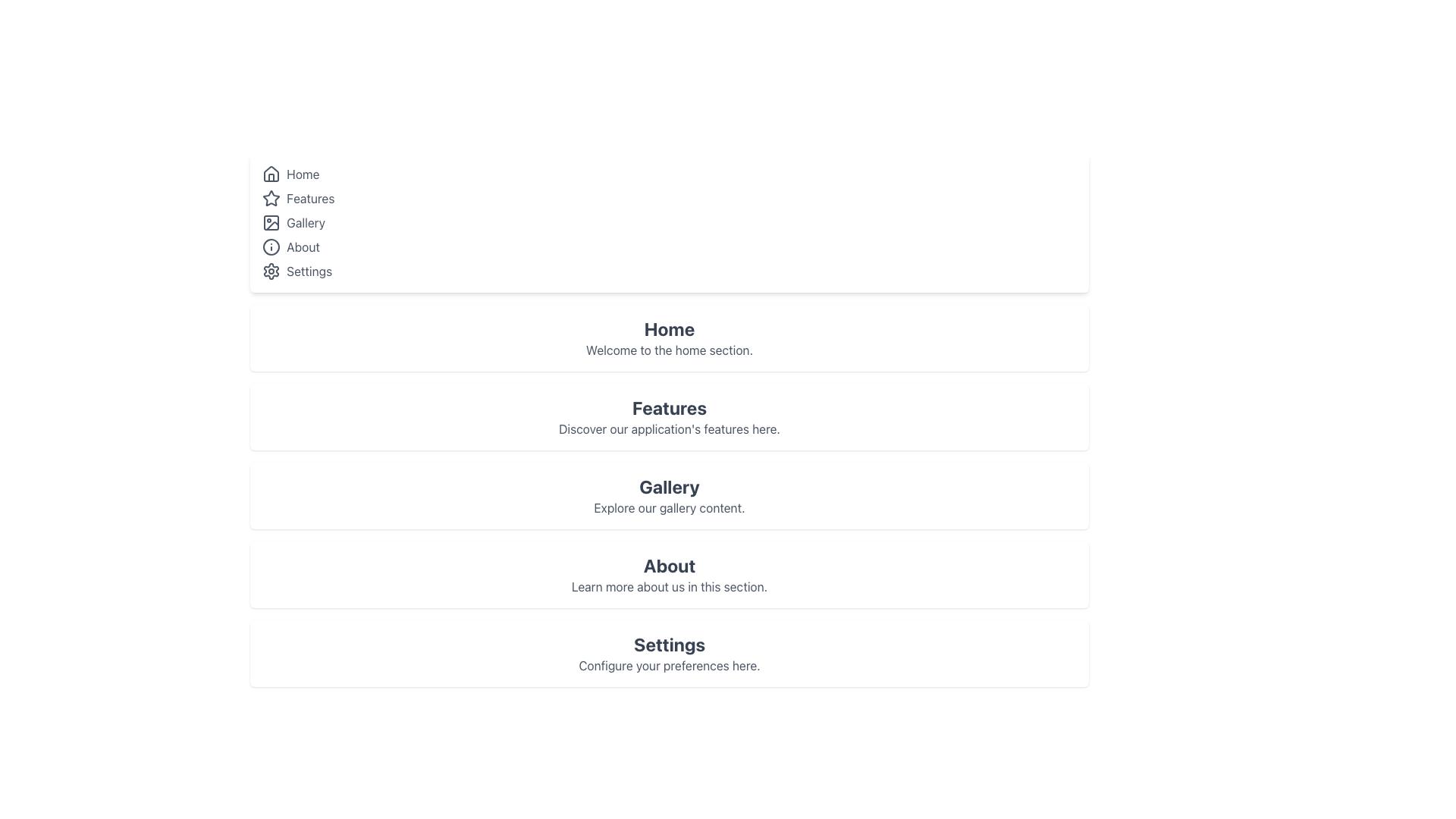 This screenshot has width=1456, height=819. Describe the element at coordinates (309, 198) in the screenshot. I see `the 'Features' text label in the navigation menu for keyboard navigation` at that location.